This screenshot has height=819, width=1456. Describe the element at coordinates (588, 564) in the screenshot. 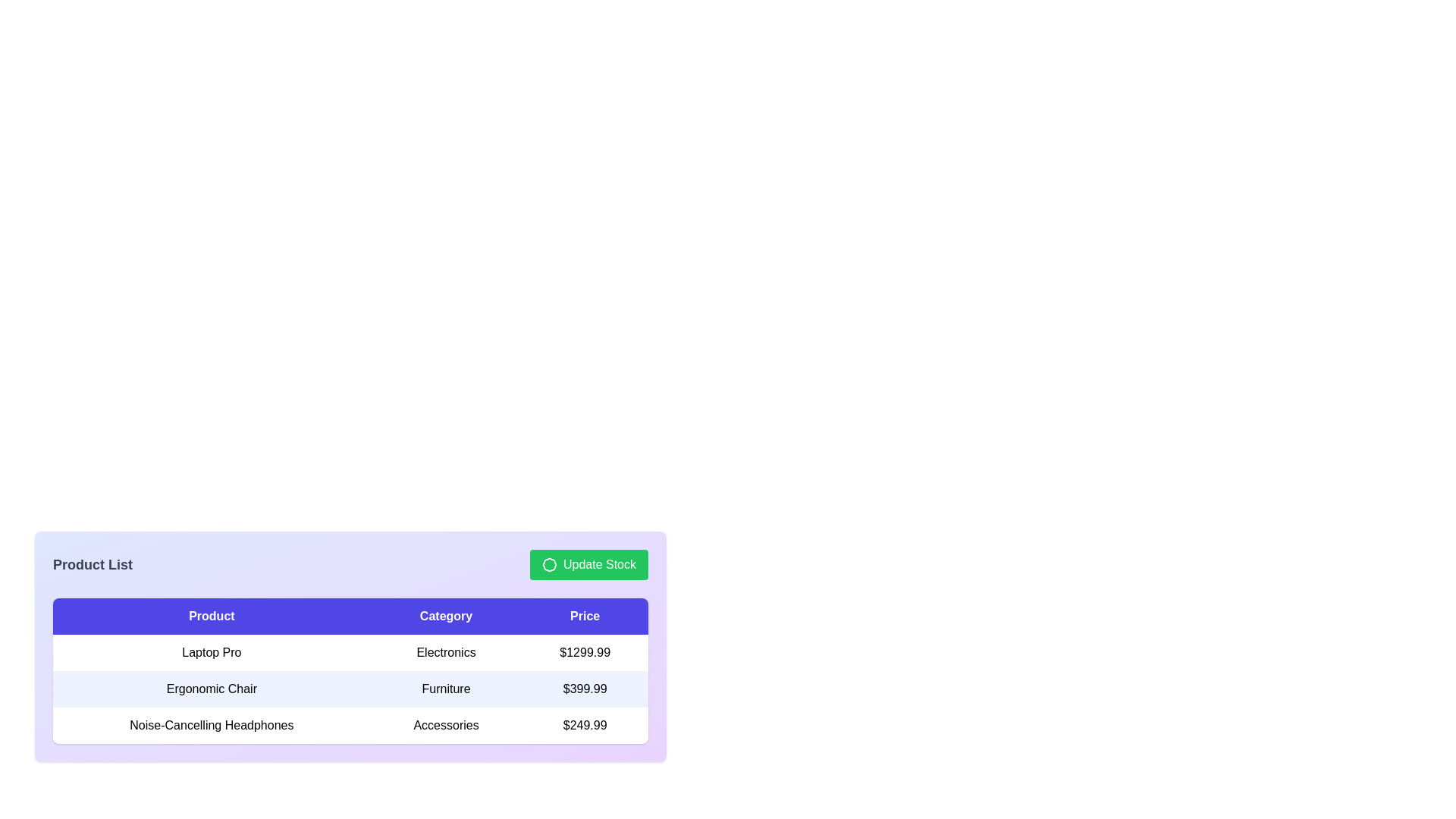

I see `the button located in the header section above the product list table, positioned towards the right side and aligned with the title 'Product List'` at that location.